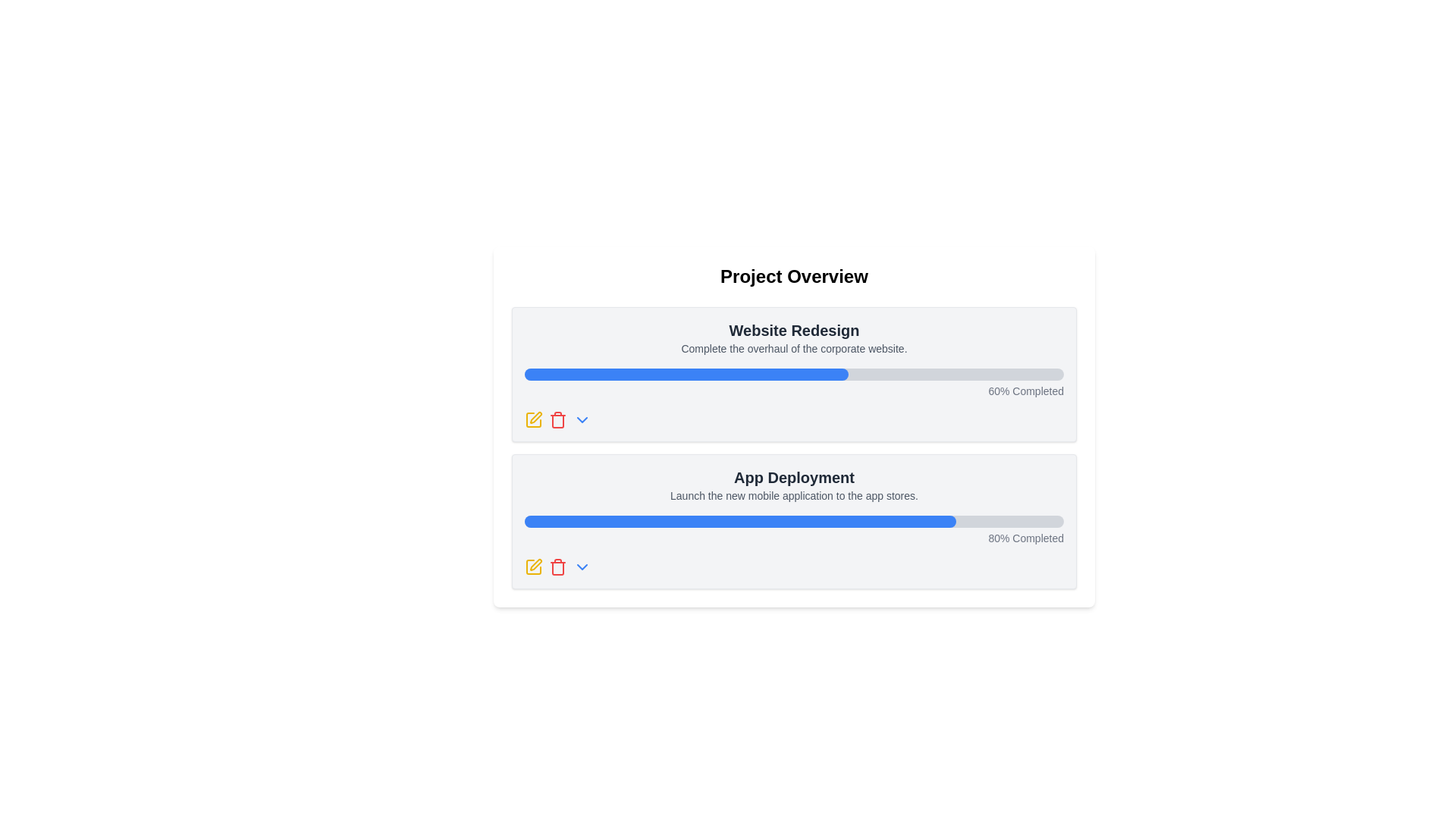 The width and height of the screenshot is (1456, 819). What do you see at coordinates (535, 564) in the screenshot?
I see `the icon button resembling a pen or pencil` at bounding box center [535, 564].